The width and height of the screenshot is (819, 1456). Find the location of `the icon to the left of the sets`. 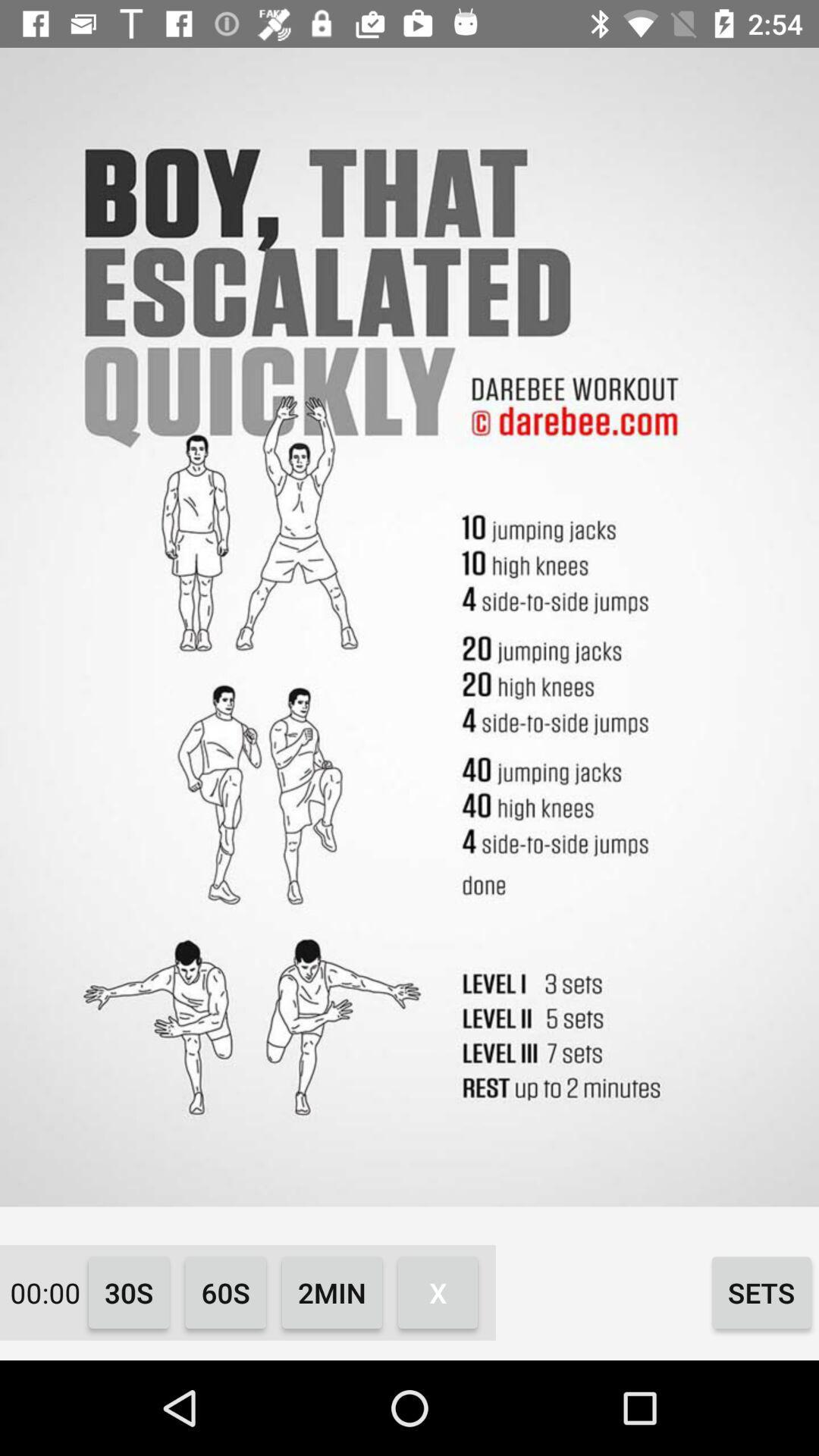

the icon to the left of the sets is located at coordinates (438, 1291).